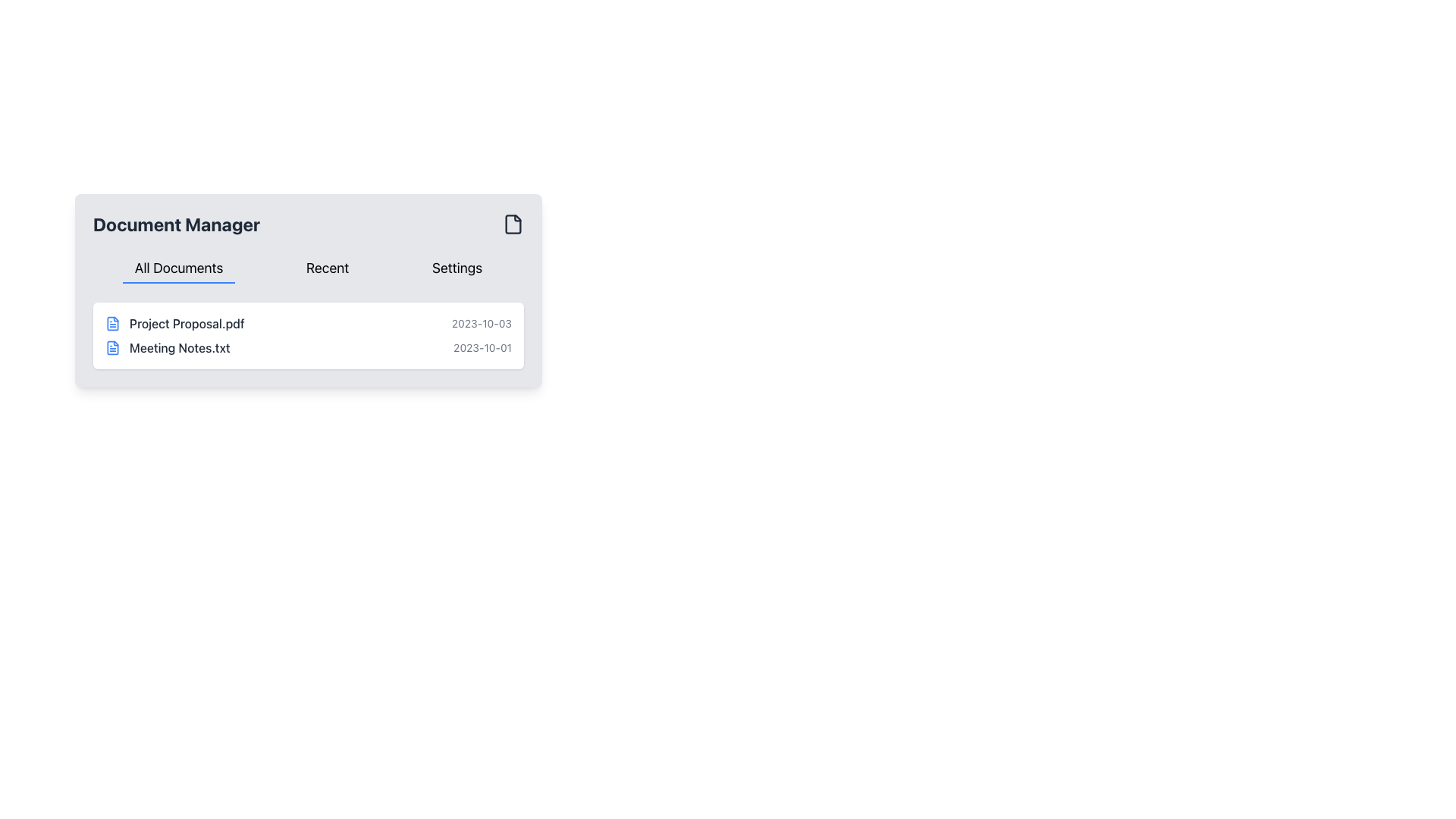 The image size is (1456, 819). I want to click on the selectable item in the document list representing the file 'Meeting Notes.txt' dated '2023-10-01', so click(308, 348).